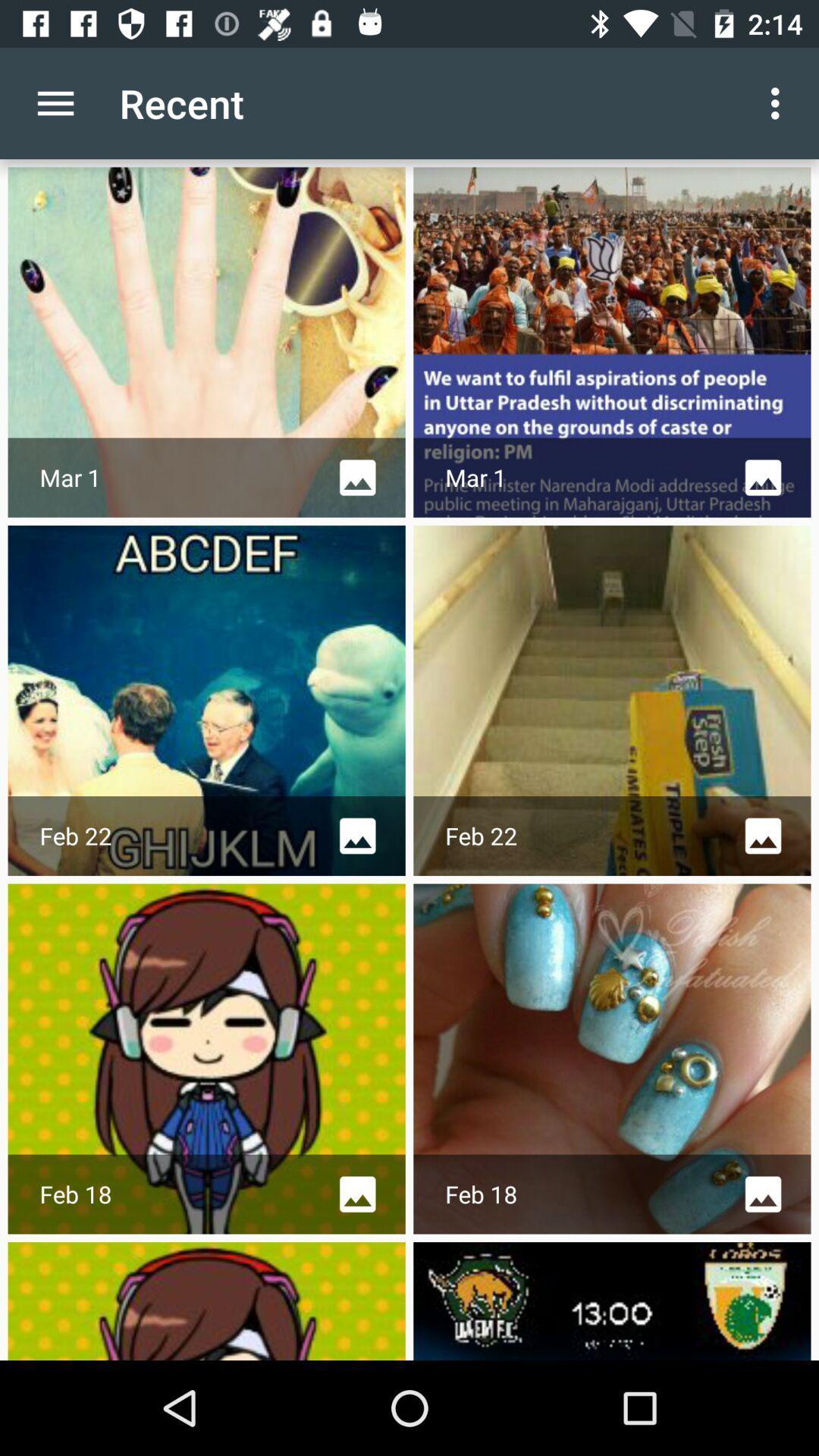 The image size is (819, 1456). What do you see at coordinates (779, 102) in the screenshot?
I see `the app to the right of the recent item` at bounding box center [779, 102].